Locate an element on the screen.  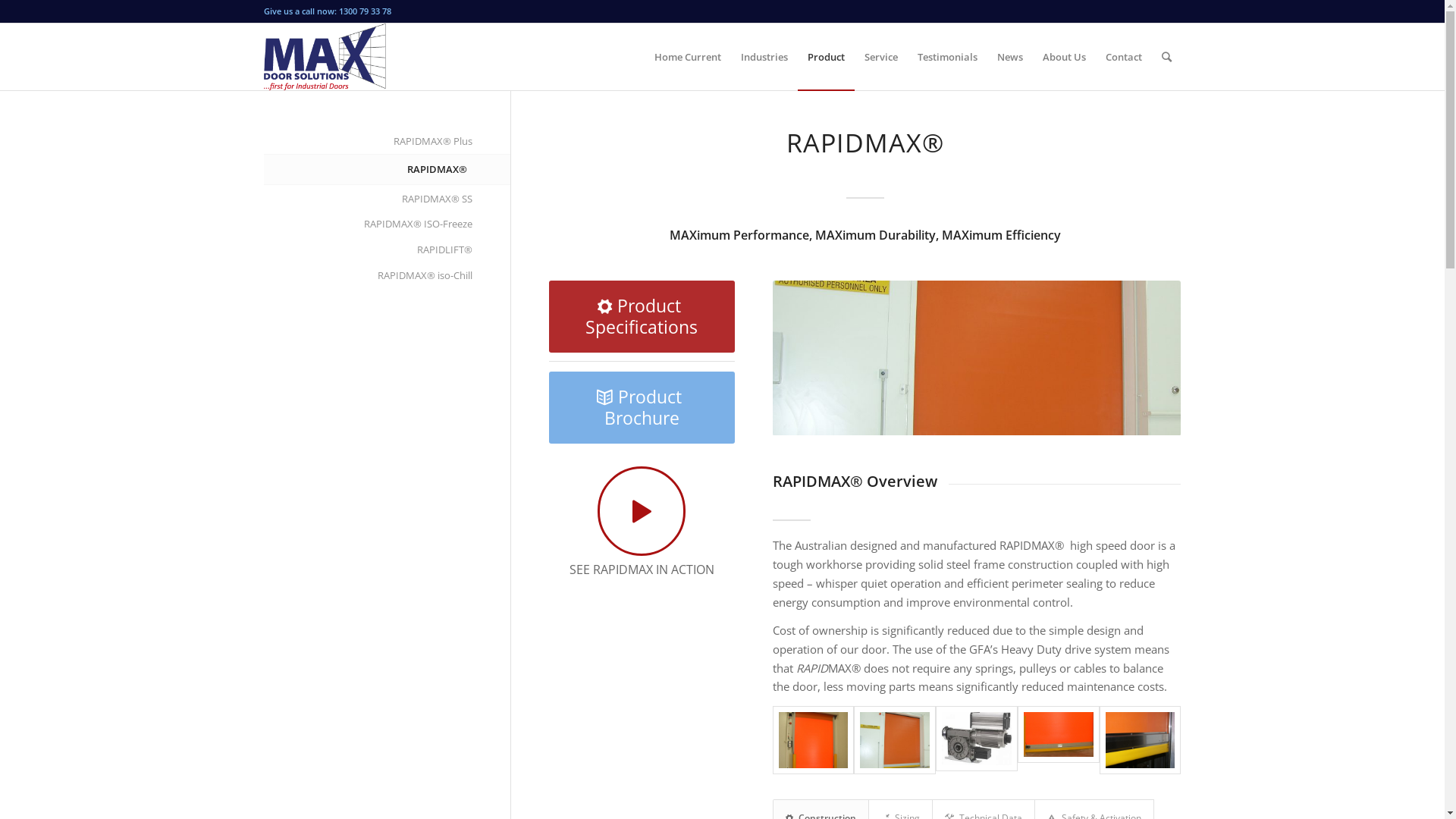
'Industries' is located at coordinates (764, 55).